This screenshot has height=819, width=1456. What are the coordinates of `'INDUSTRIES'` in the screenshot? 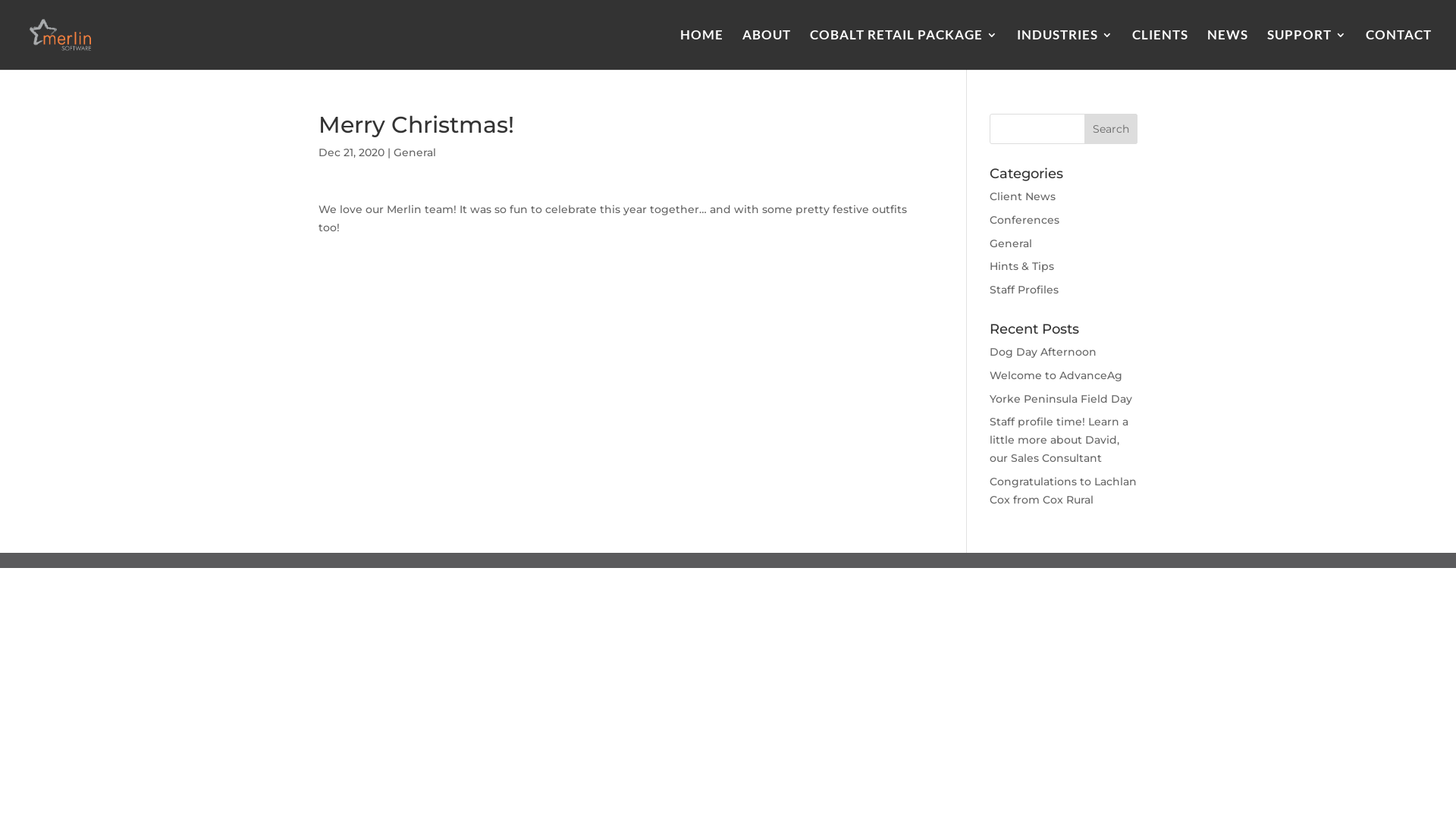 It's located at (1016, 49).